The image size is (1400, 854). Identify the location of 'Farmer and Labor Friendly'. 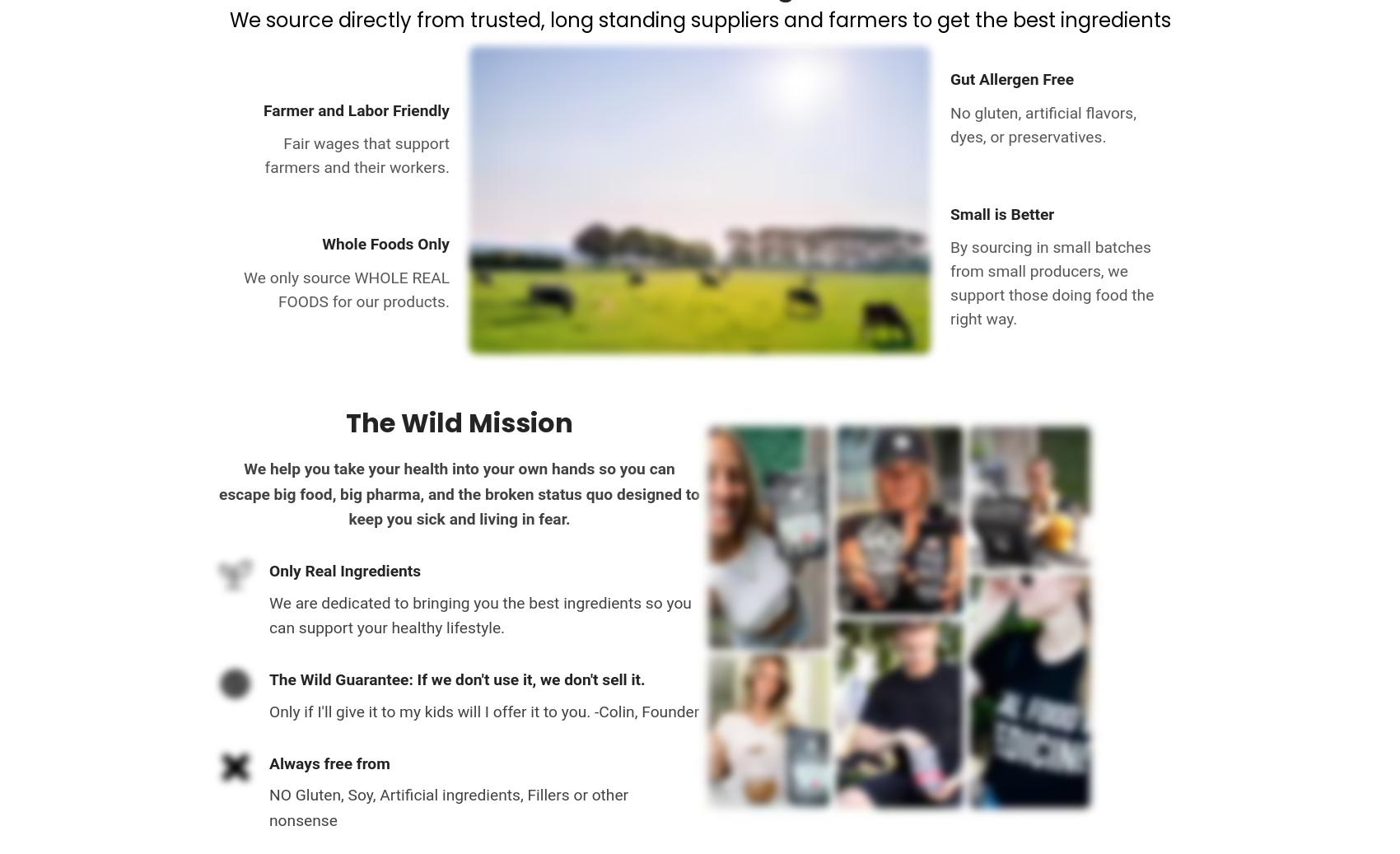
(356, 109).